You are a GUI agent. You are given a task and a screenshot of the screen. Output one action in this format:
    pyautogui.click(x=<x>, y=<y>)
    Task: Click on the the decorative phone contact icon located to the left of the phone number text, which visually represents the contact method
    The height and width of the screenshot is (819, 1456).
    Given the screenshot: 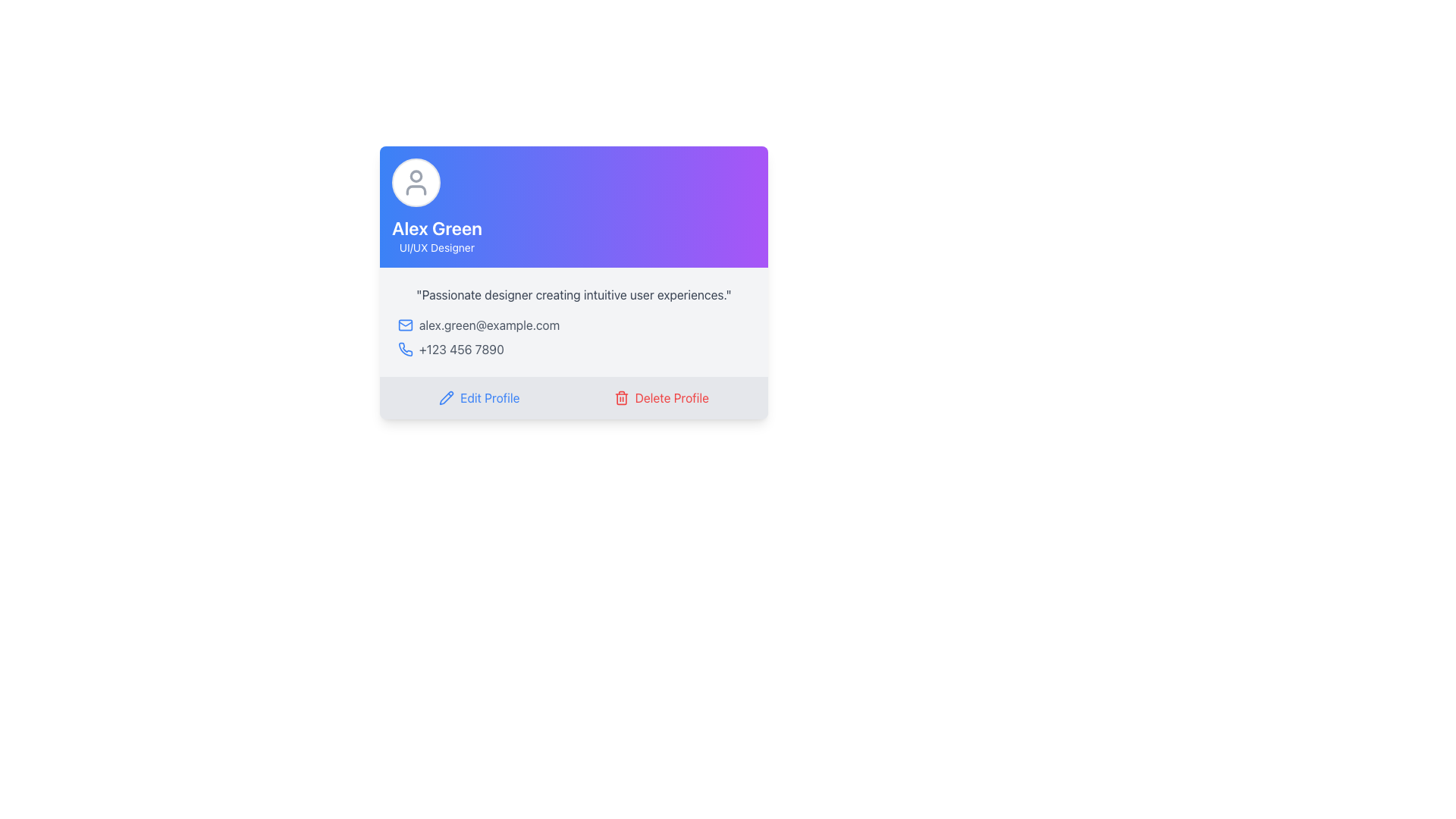 What is the action you would take?
    pyautogui.click(x=405, y=350)
    